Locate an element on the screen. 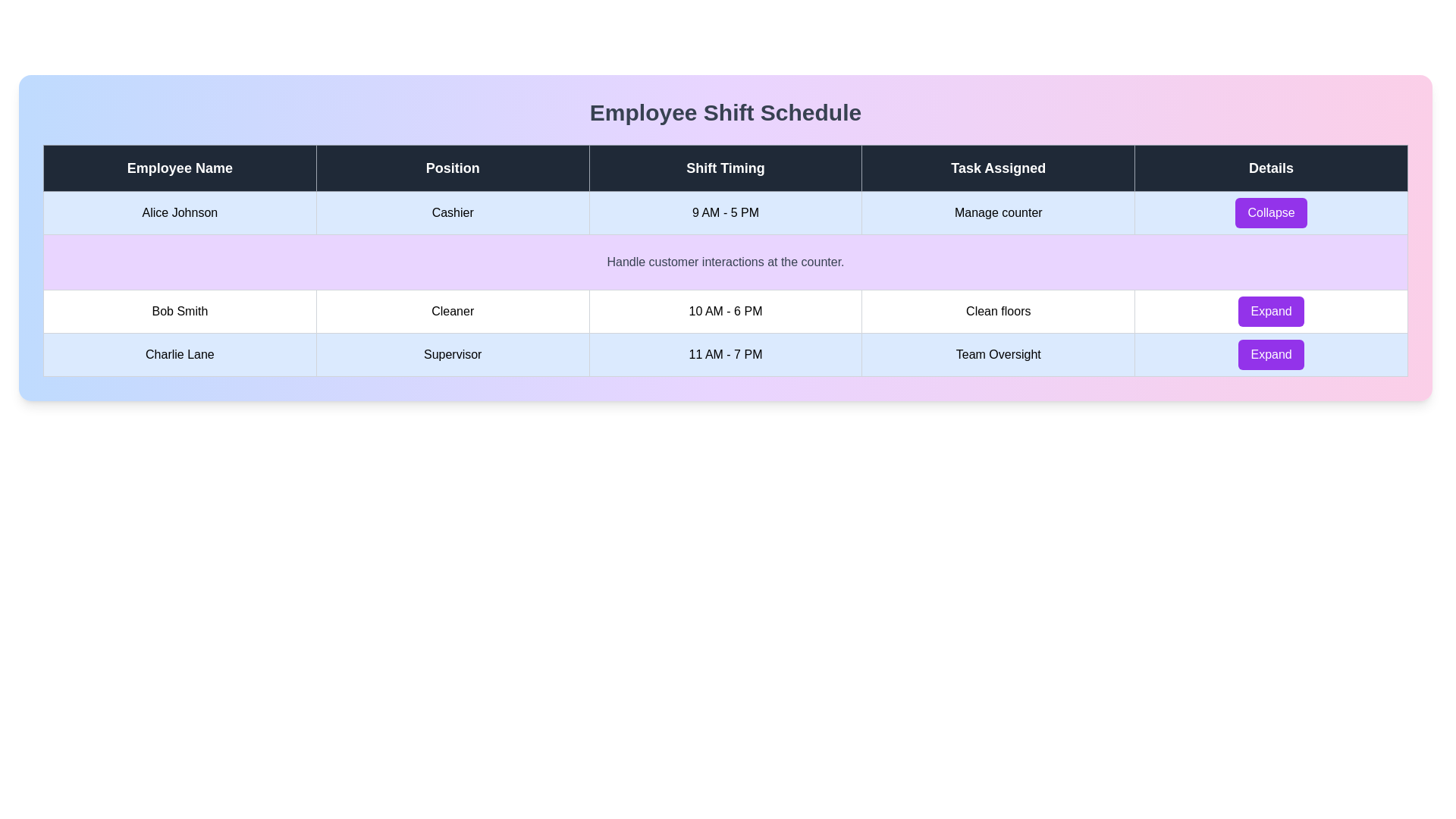  the first row of the employee schedule table, containing details for 'Alice Johnson' is located at coordinates (724, 213).